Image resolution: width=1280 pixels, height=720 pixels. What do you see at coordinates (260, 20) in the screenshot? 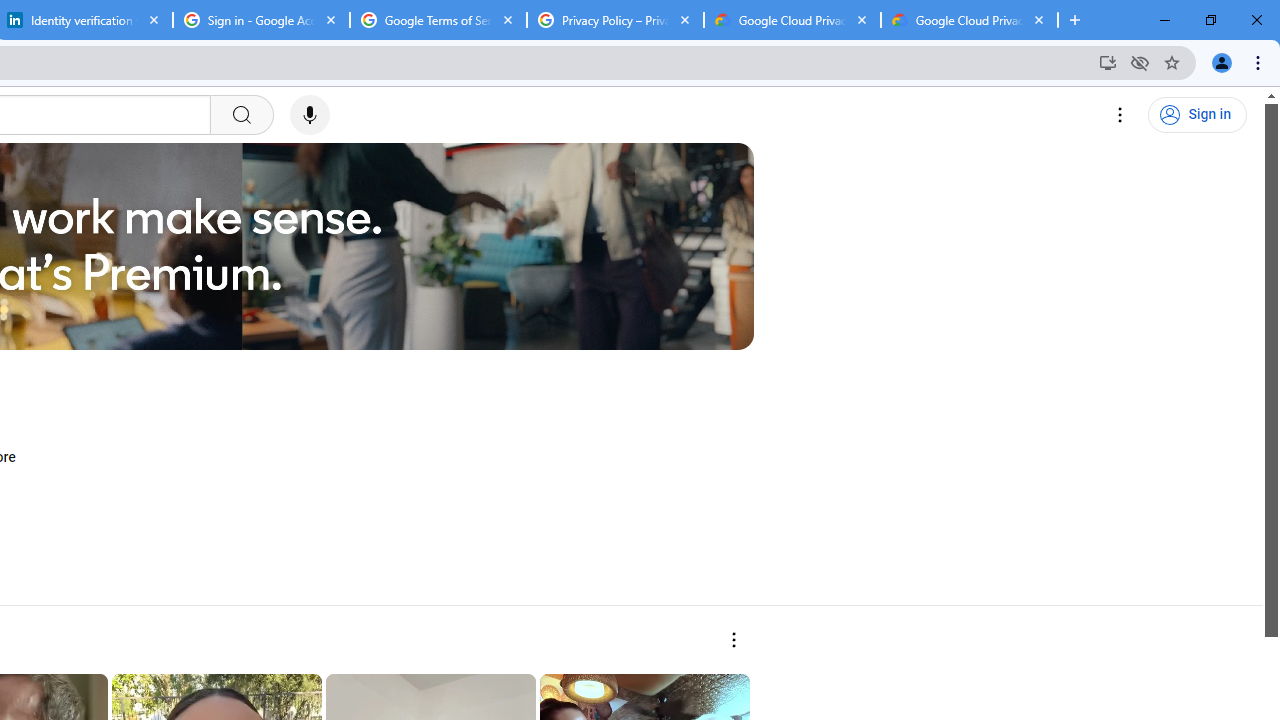
I see `'Sign in - Google Accounts'` at bounding box center [260, 20].